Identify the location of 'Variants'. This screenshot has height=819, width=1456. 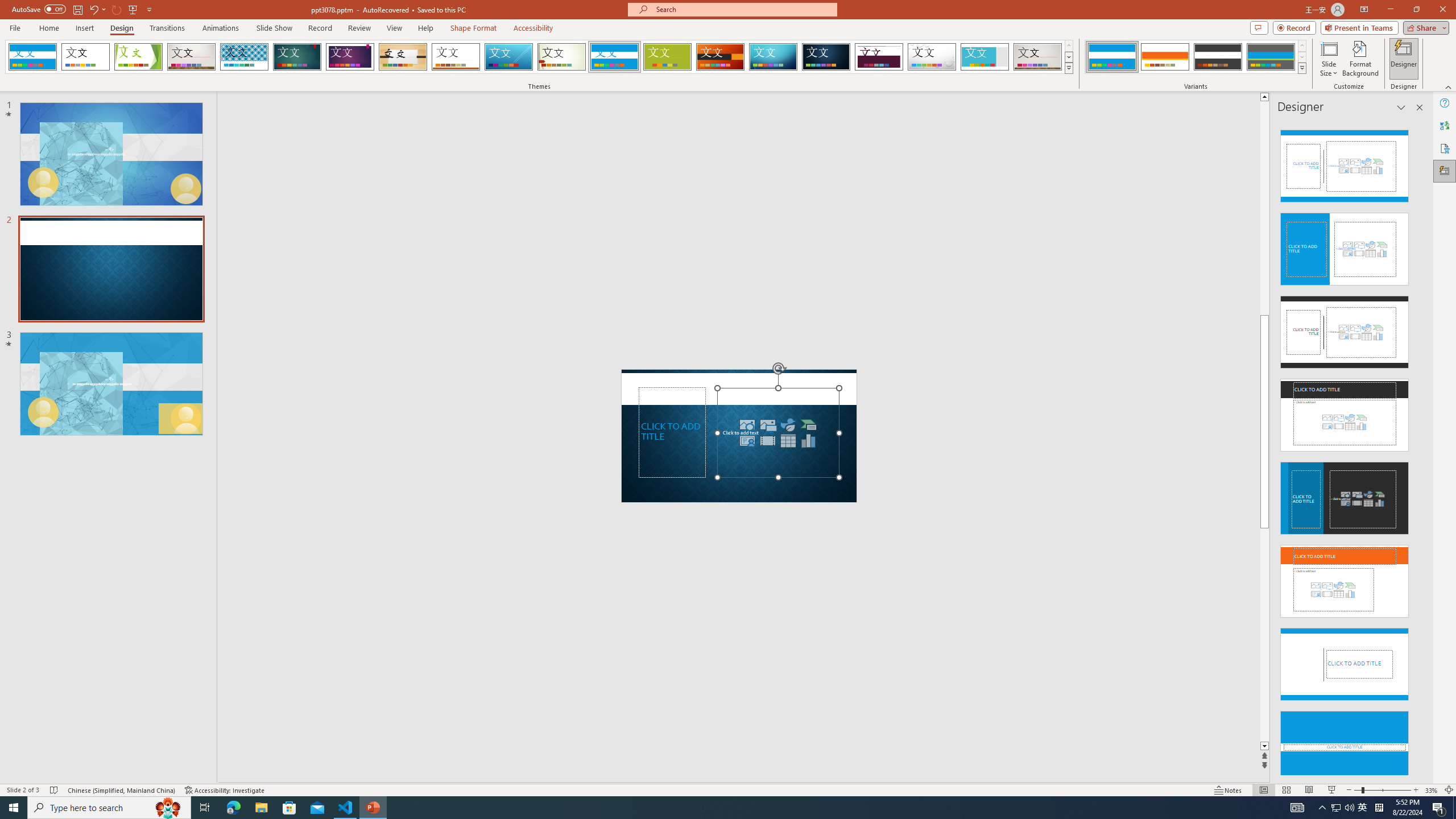
(1301, 67).